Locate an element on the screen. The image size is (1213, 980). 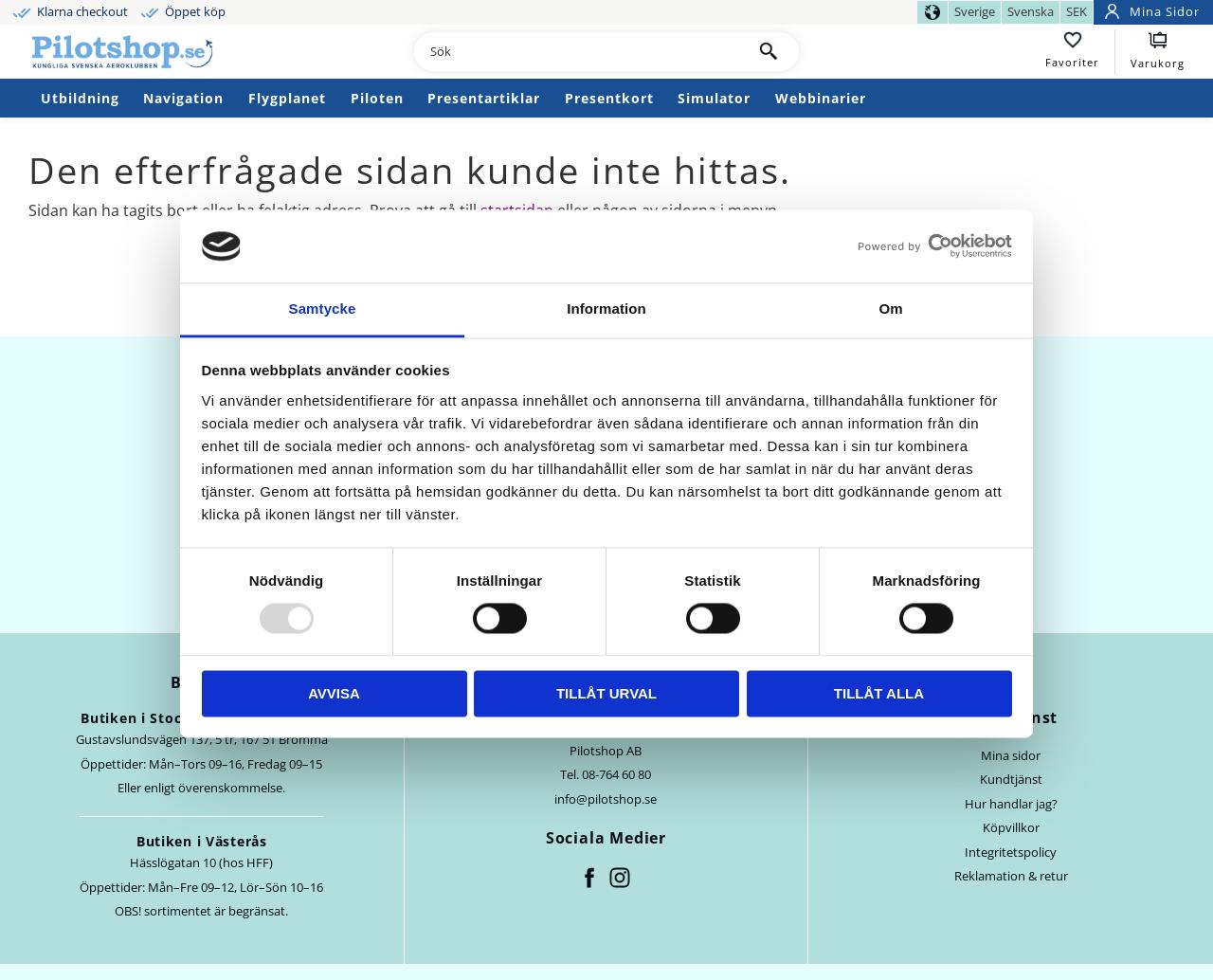
'Butiken i Stockholm/Alvik Strand' is located at coordinates (79, 717).